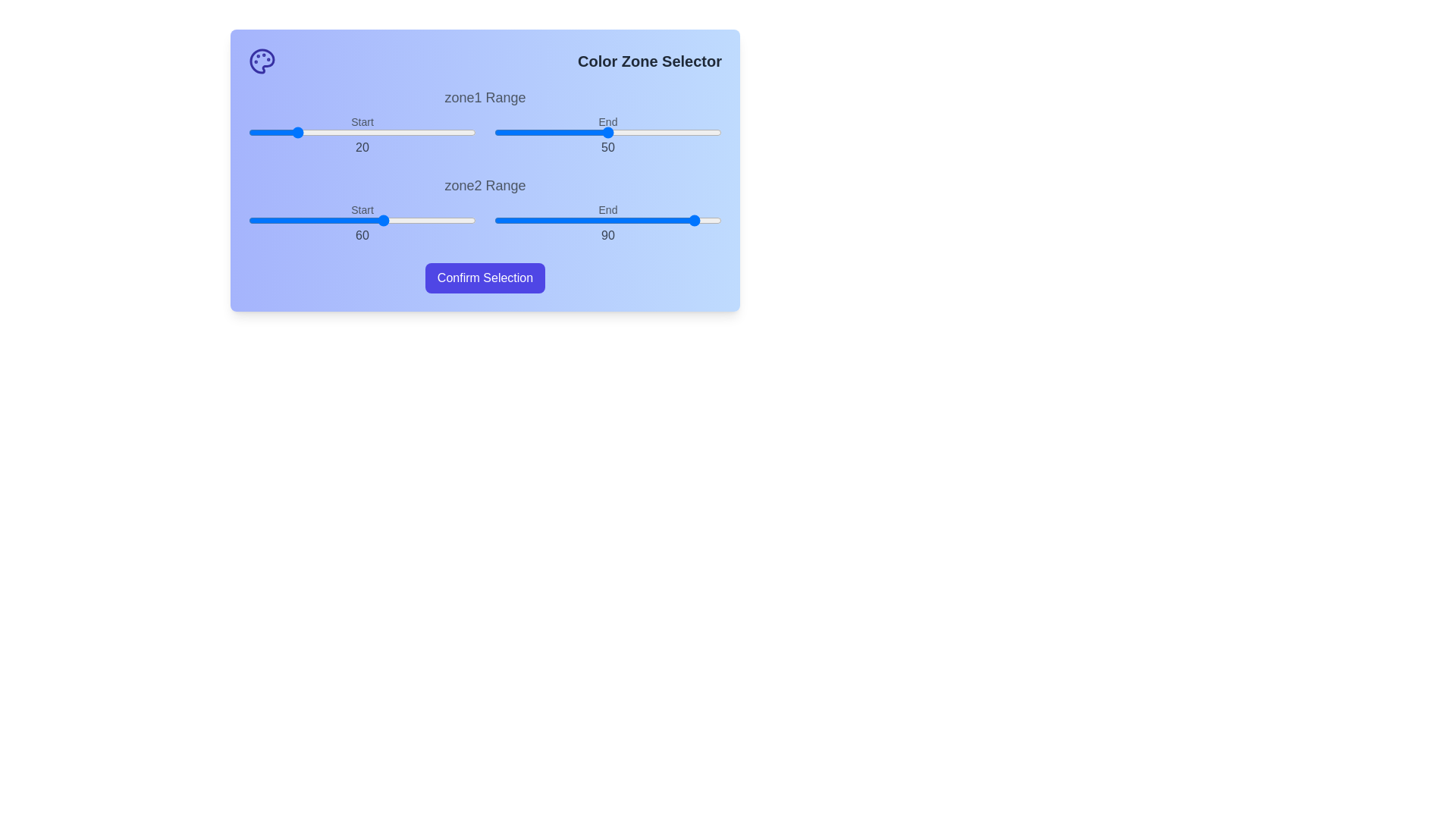  What do you see at coordinates (410, 131) in the screenshot?
I see `the start range slider for zone1 to 71` at bounding box center [410, 131].